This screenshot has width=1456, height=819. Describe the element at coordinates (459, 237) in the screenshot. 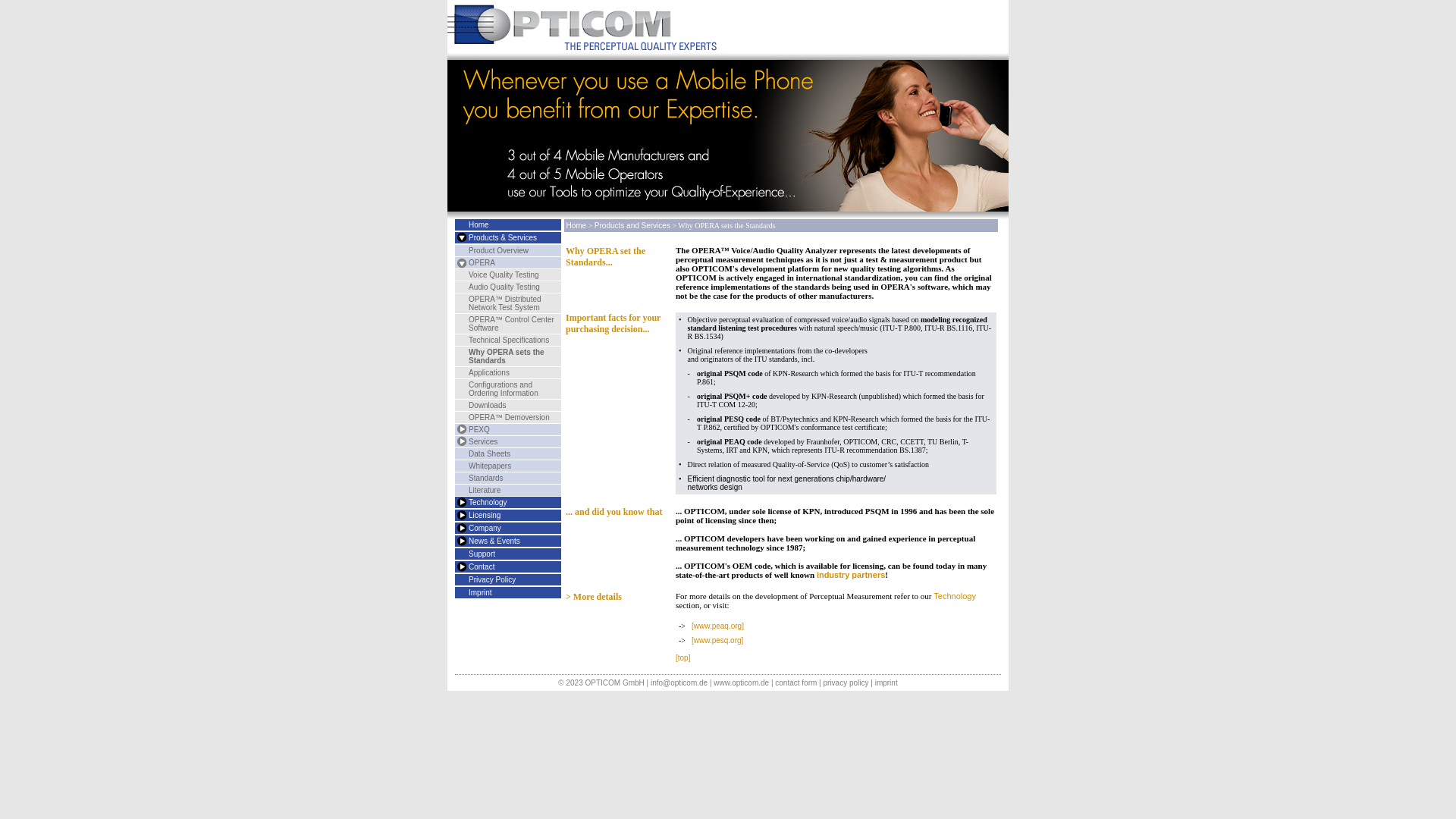

I see `'Products and Services'` at that location.